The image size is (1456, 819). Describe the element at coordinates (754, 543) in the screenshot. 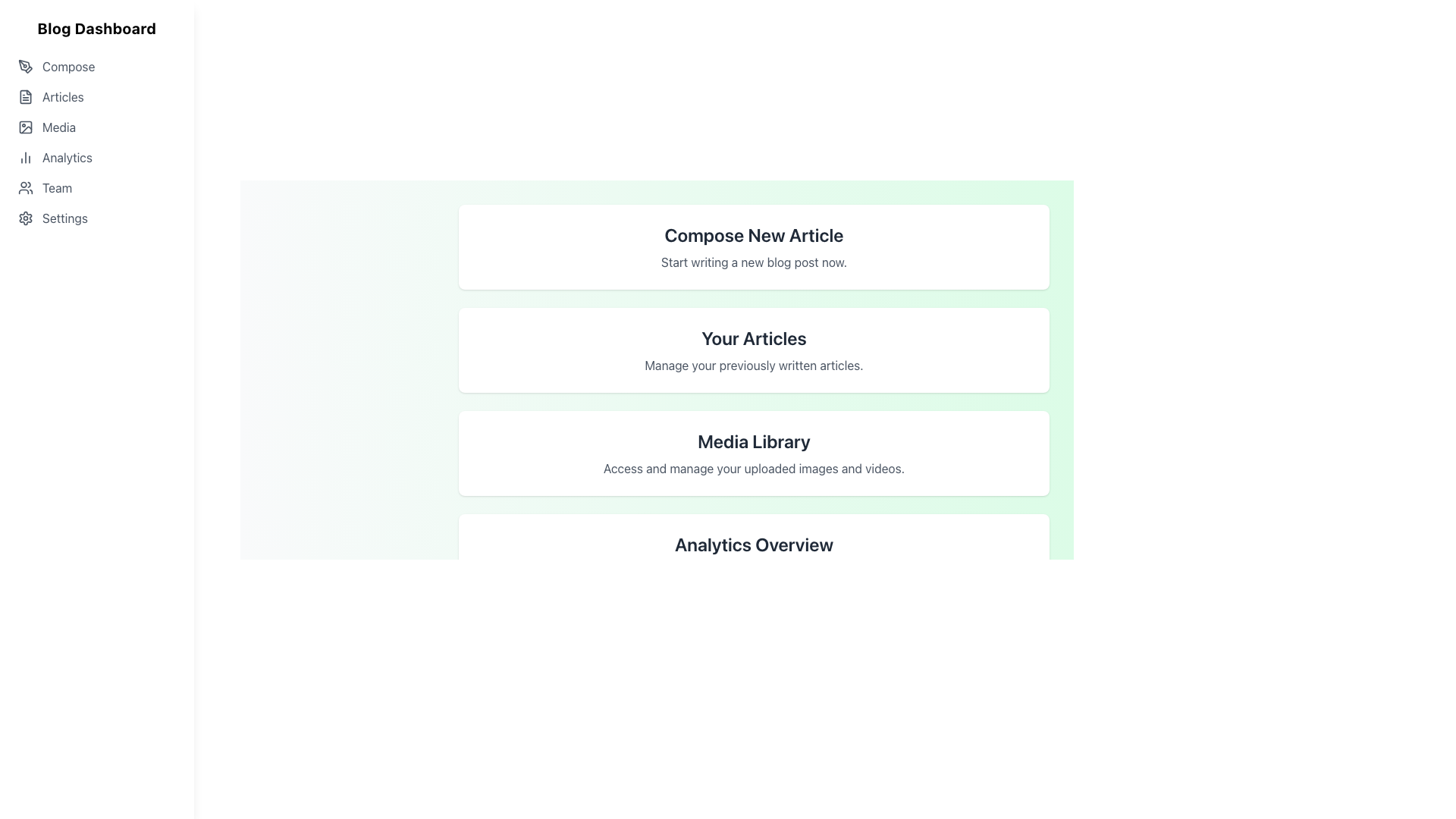

I see `the 'Analytics Overview' text label, which is styled with a bold, large font in dark gray and located at the top of its card with rounded corners` at that location.